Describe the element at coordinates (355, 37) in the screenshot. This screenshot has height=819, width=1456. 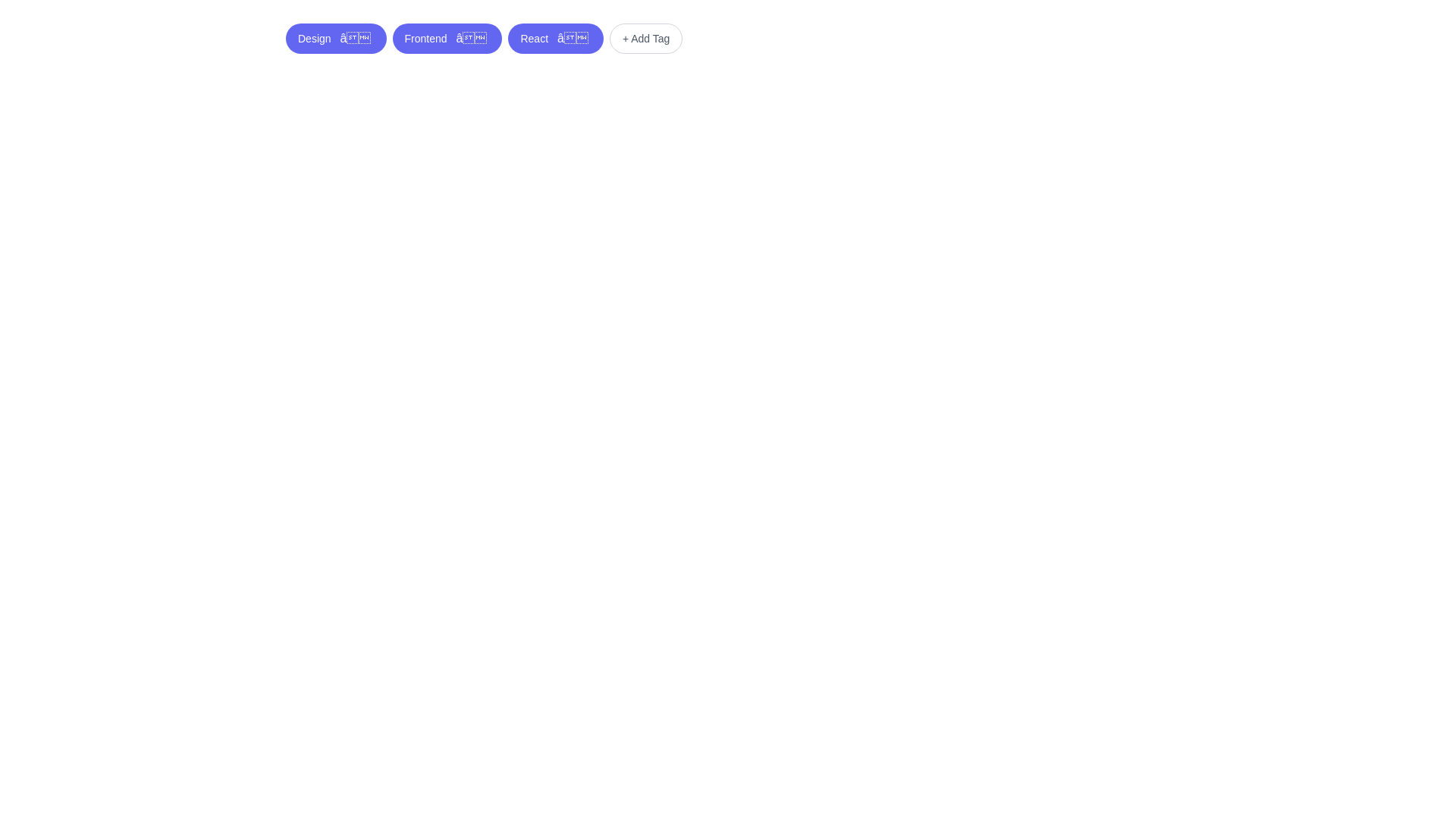
I see `the close button of the tag labeled Design` at that location.